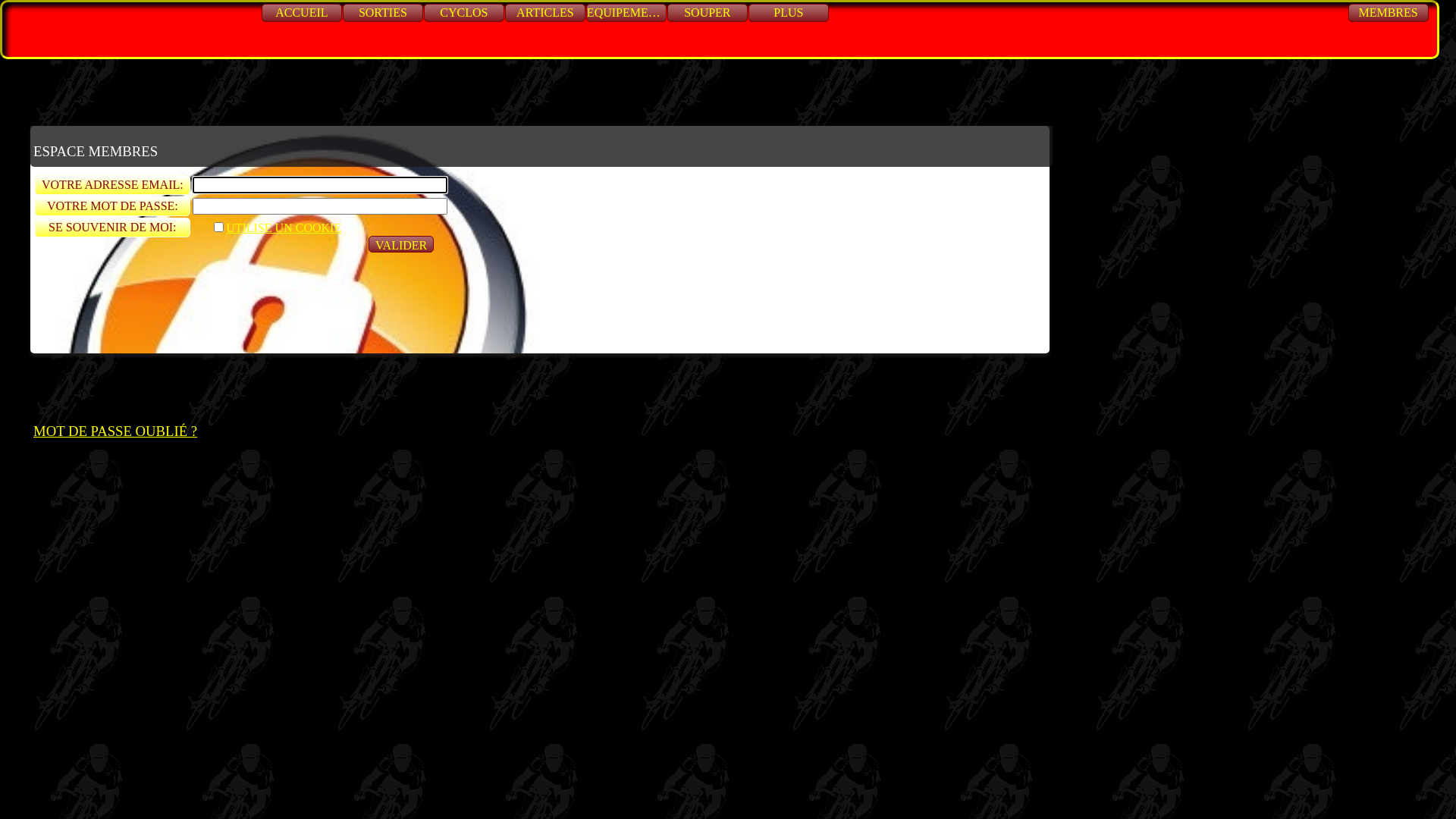 This screenshot has width=1456, height=819. Describe the element at coordinates (706, 12) in the screenshot. I see `'SOUPER'` at that location.